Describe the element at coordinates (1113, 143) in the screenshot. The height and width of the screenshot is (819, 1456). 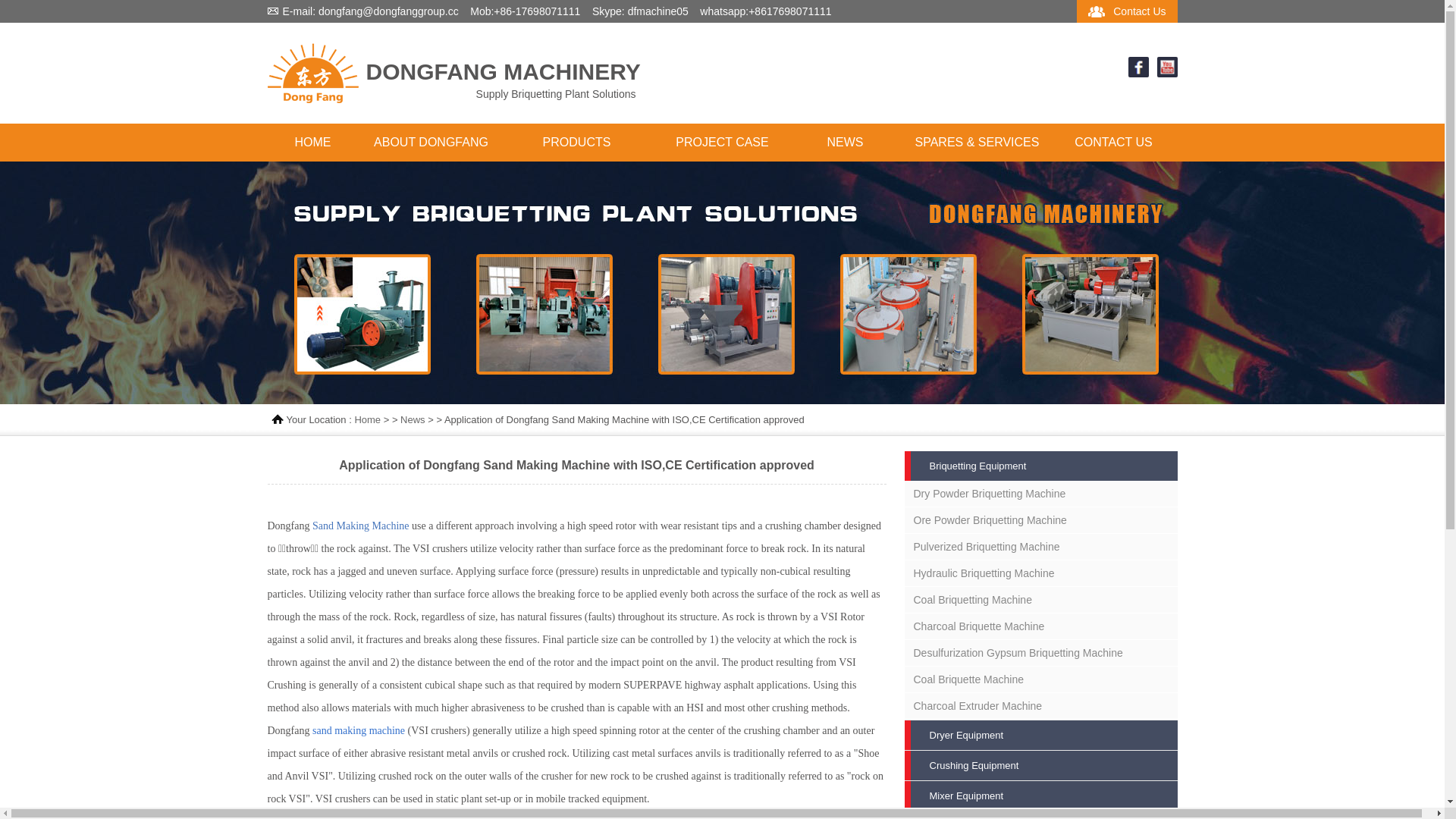
I see `'CONTACT US'` at that location.